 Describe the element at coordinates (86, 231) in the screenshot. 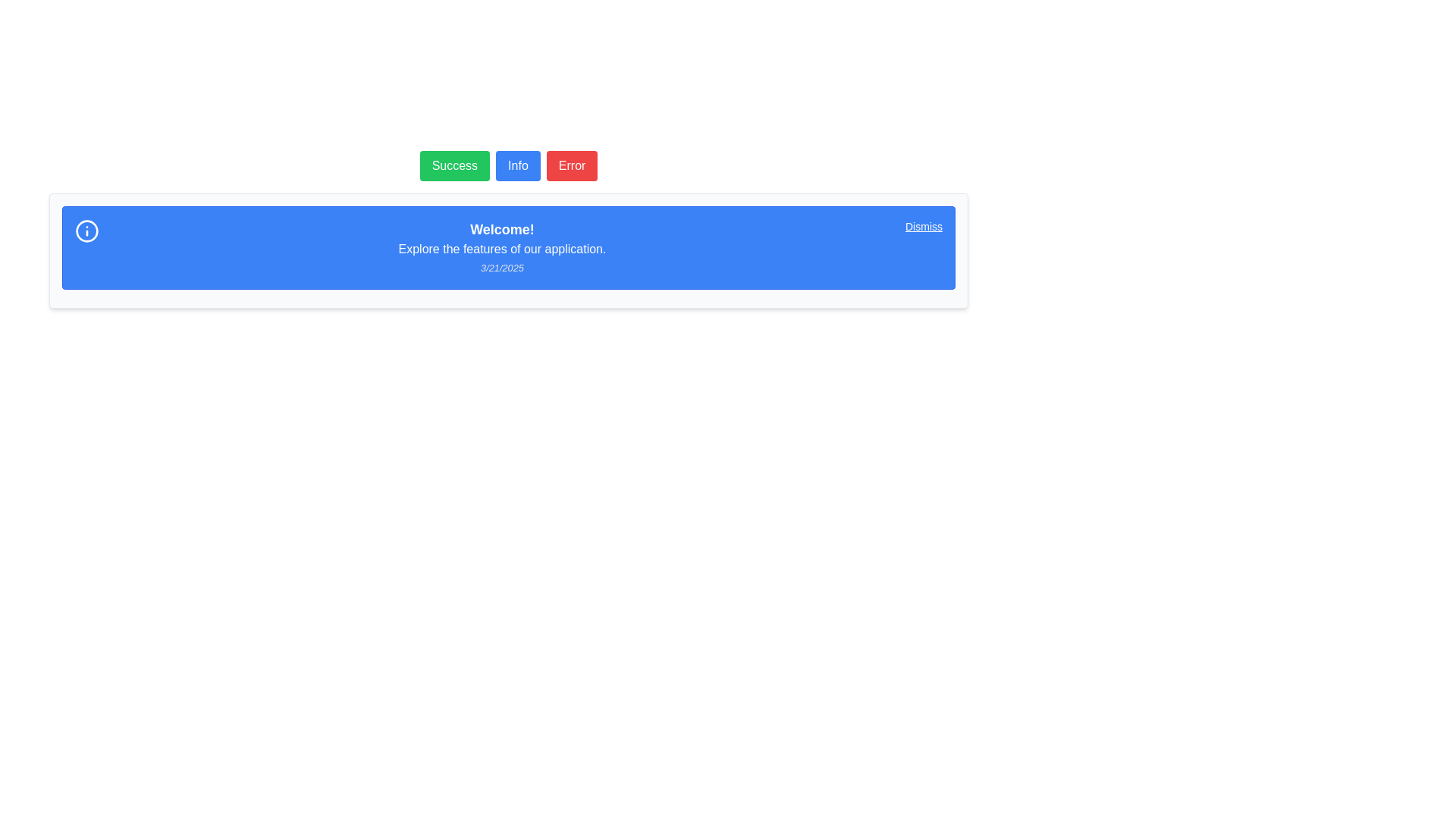

I see `the information symbol represented by the circle in the blue notification banner` at that location.